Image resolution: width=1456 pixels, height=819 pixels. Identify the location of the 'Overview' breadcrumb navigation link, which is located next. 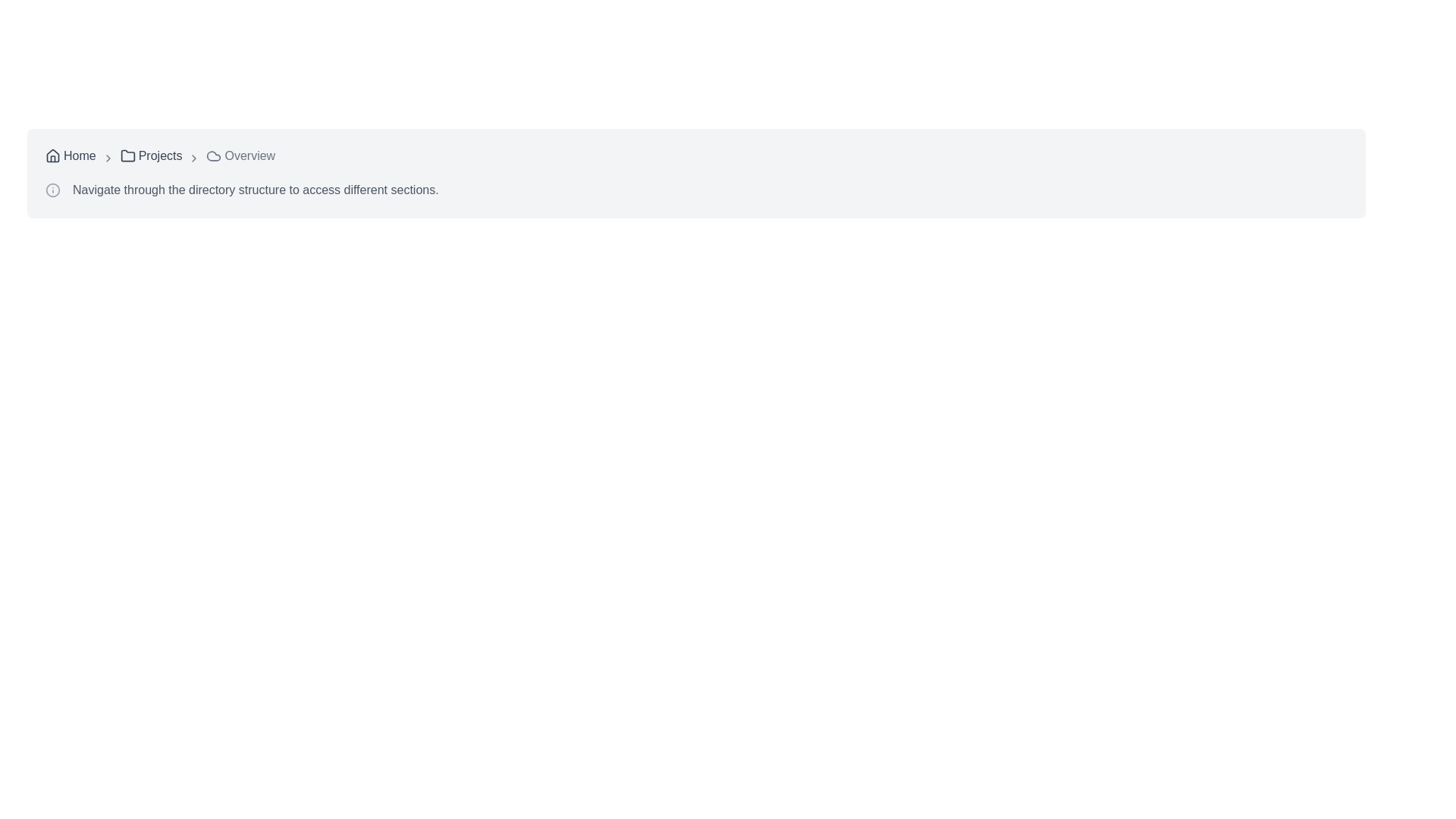
(240, 155).